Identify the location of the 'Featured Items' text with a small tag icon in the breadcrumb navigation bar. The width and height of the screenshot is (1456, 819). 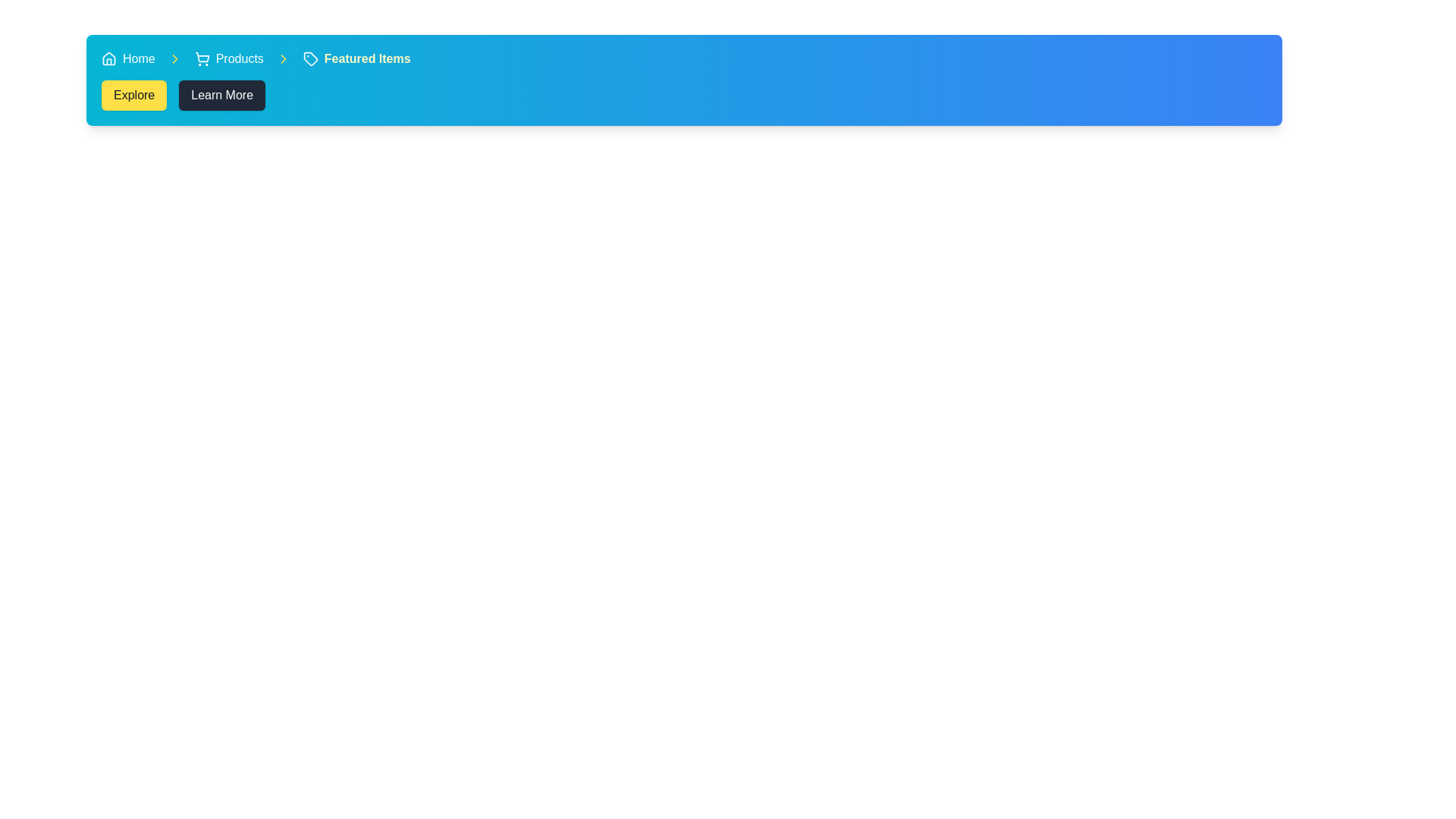
(356, 58).